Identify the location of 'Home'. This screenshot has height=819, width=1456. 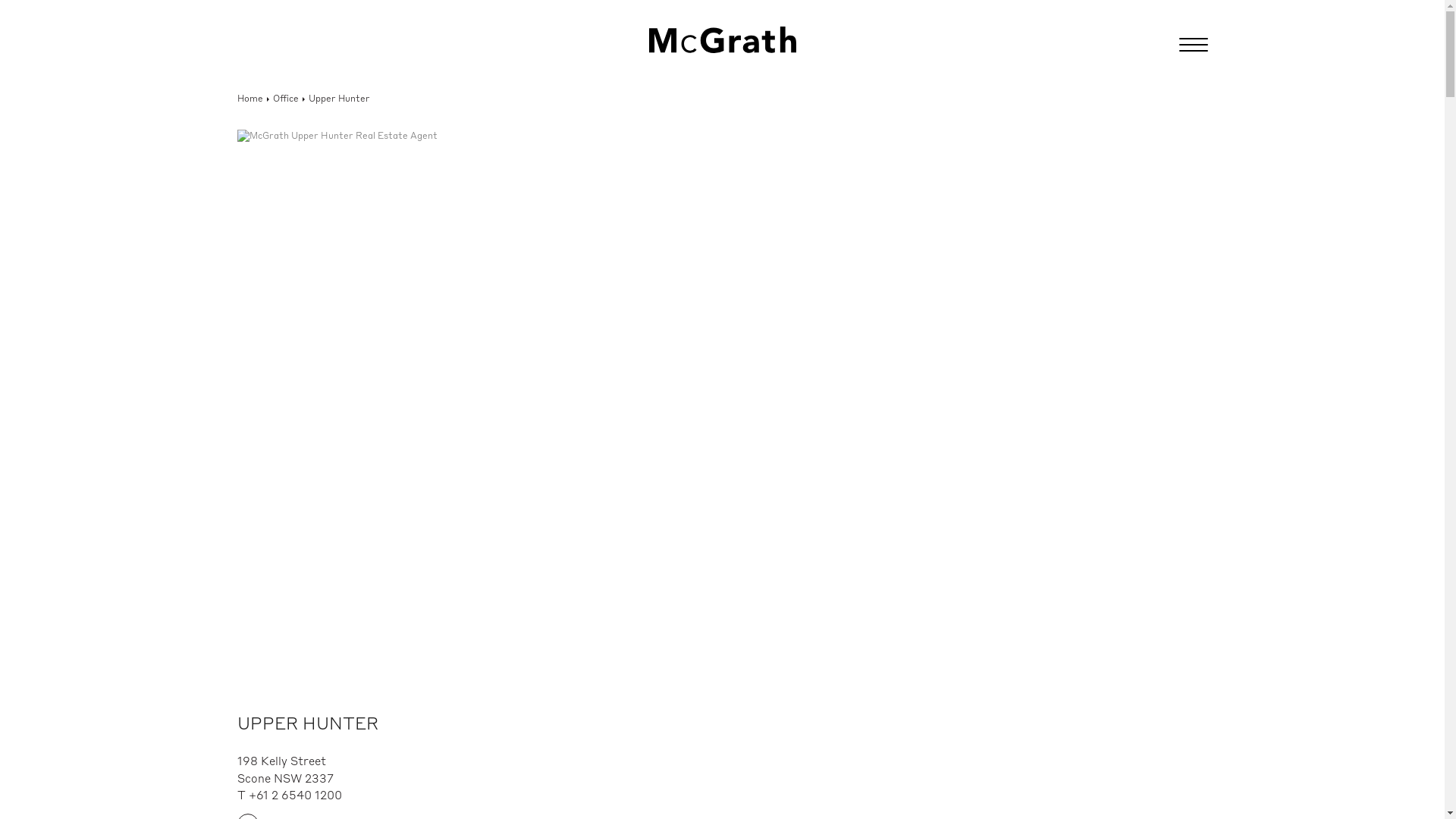
(249, 99).